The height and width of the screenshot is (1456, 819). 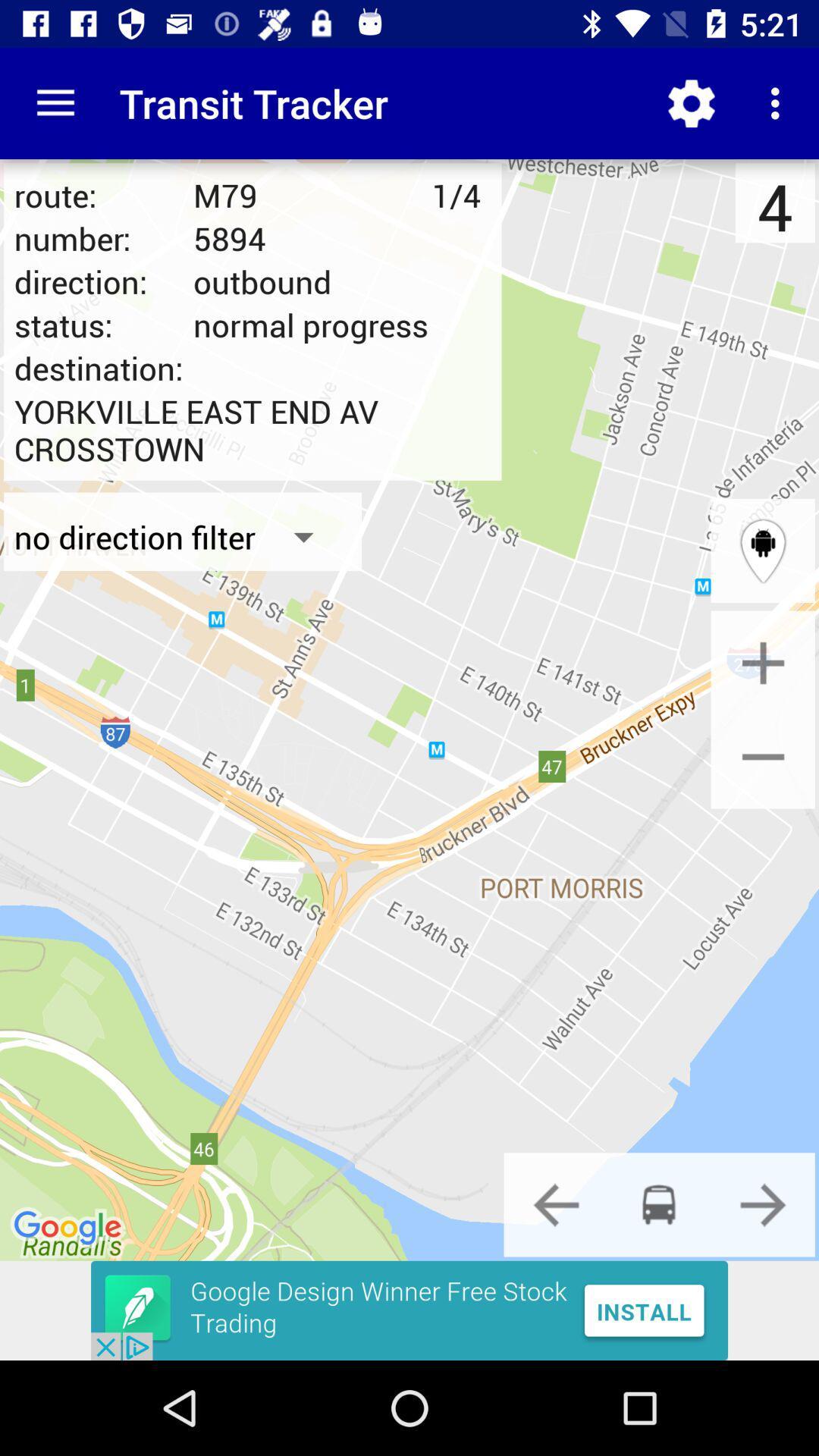 I want to click on the arrow_backward icon, so click(x=556, y=1203).